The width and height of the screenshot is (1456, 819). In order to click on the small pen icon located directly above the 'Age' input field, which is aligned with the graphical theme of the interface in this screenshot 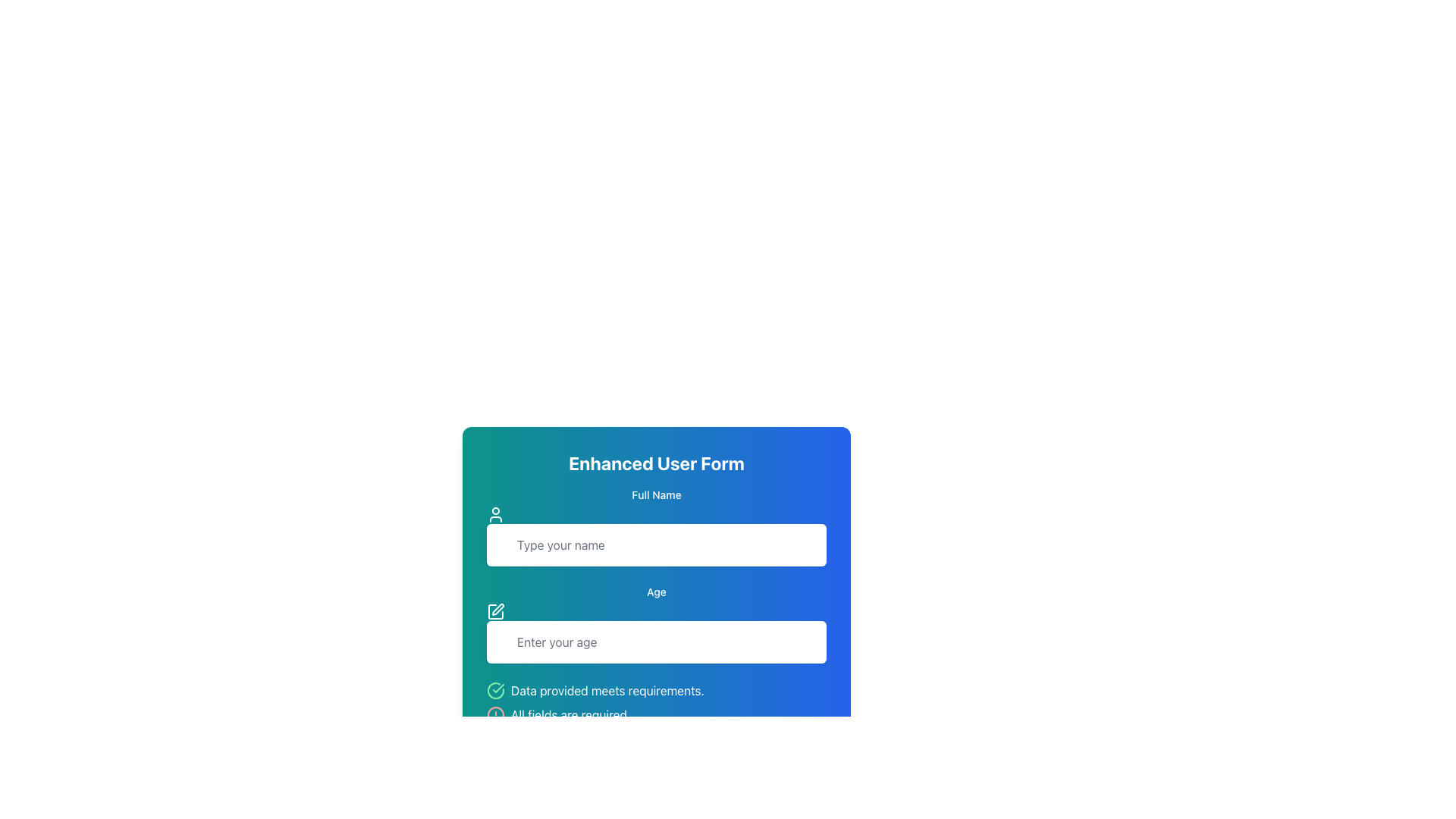, I will do `click(498, 608)`.